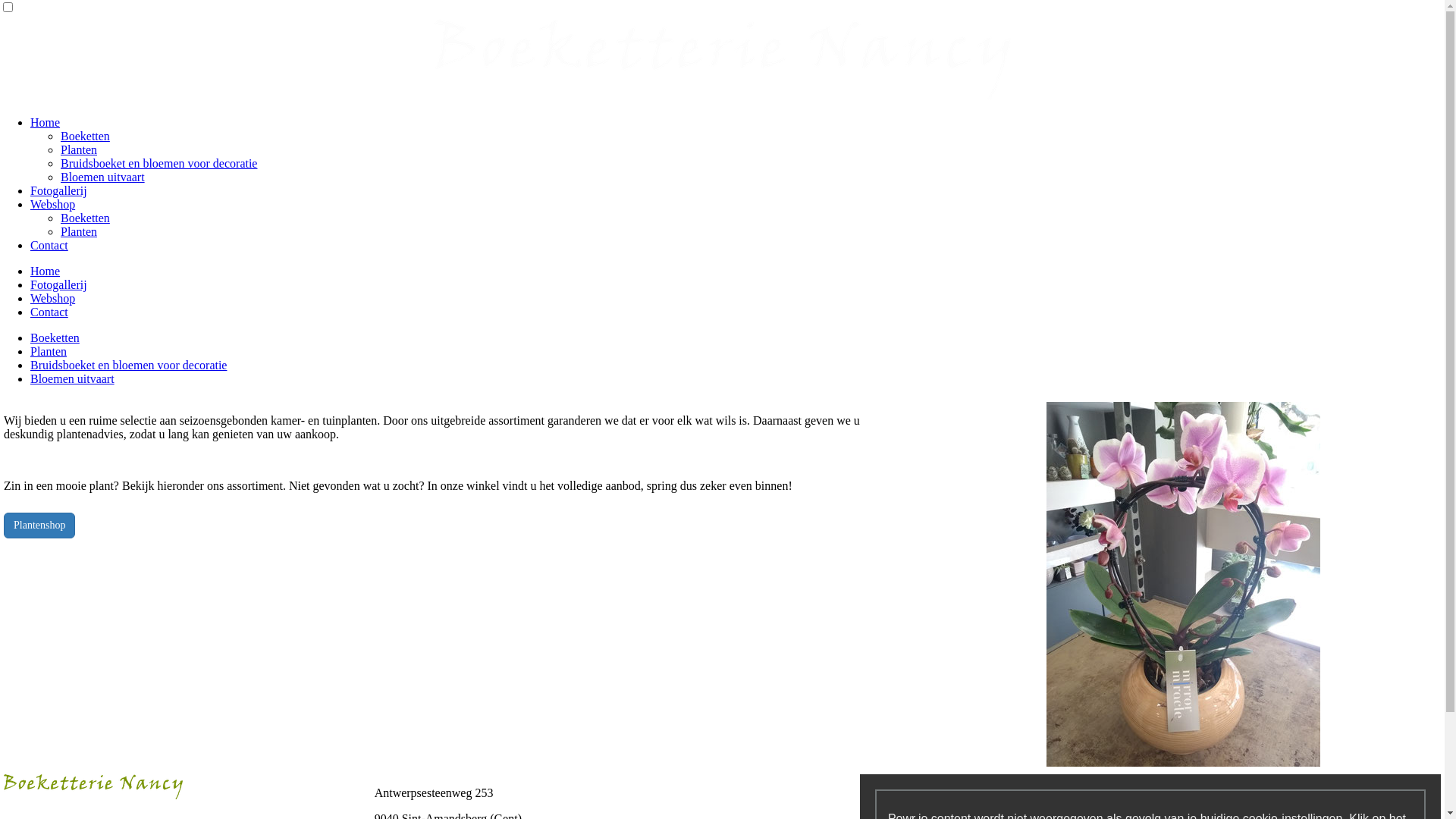  I want to click on 'Bruidsboeket en bloemen voor decoratie', so click(128, 365).